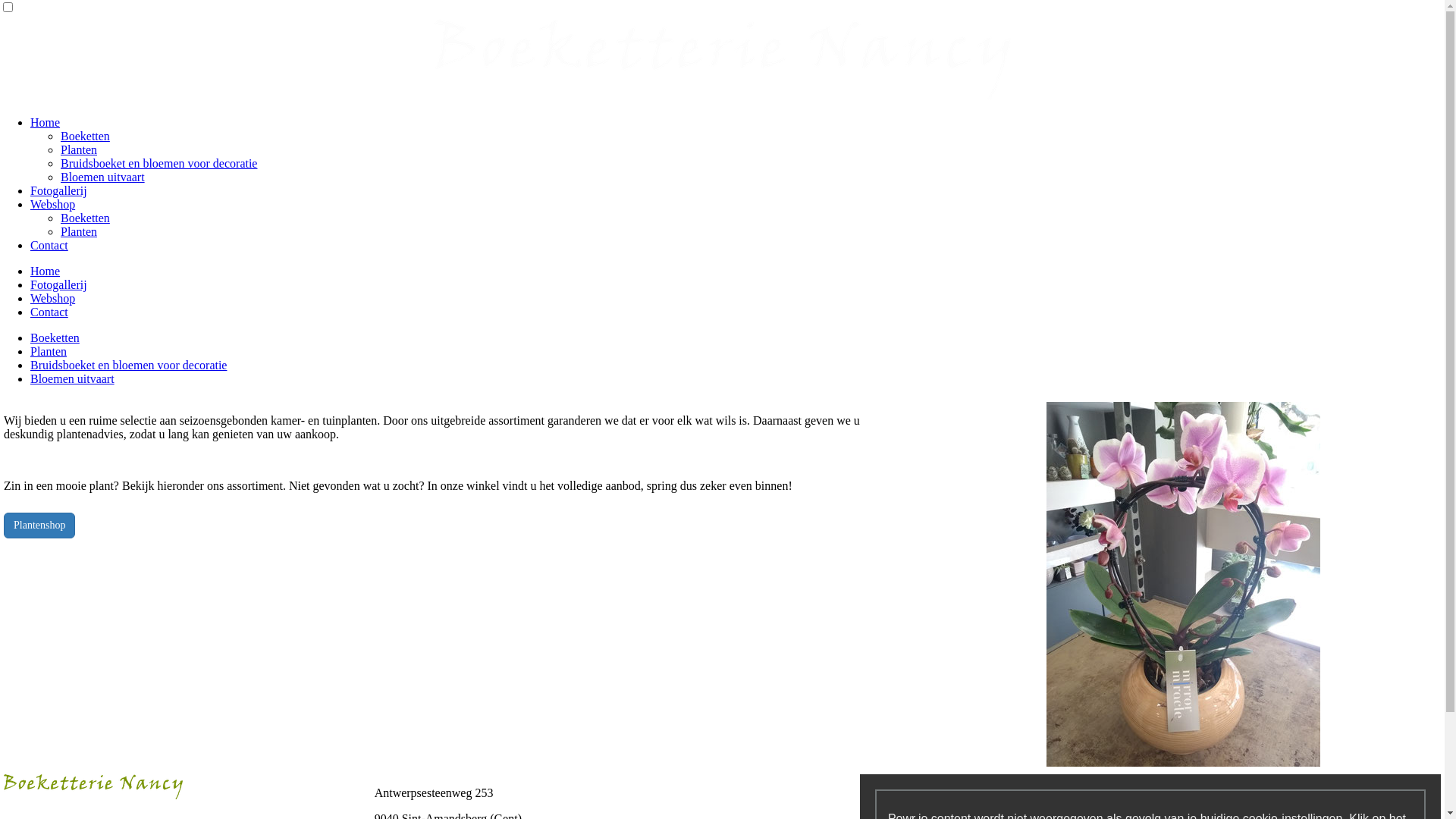  I want to click on 'Bruidsboeket en bloemen voor decoratie', so click(128, 365).